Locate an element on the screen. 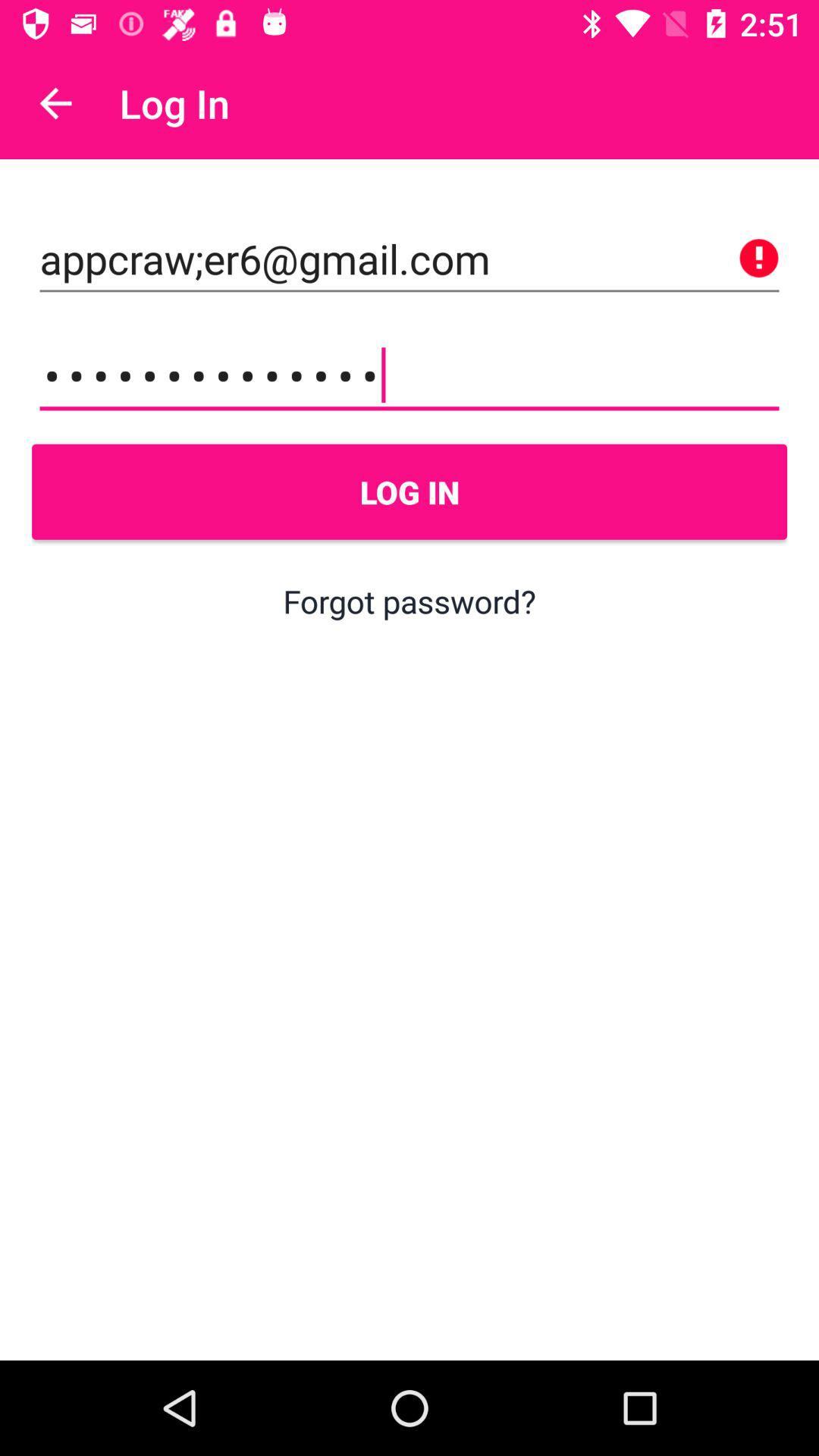  the forgot password? item is located at coordinates (409, 600).